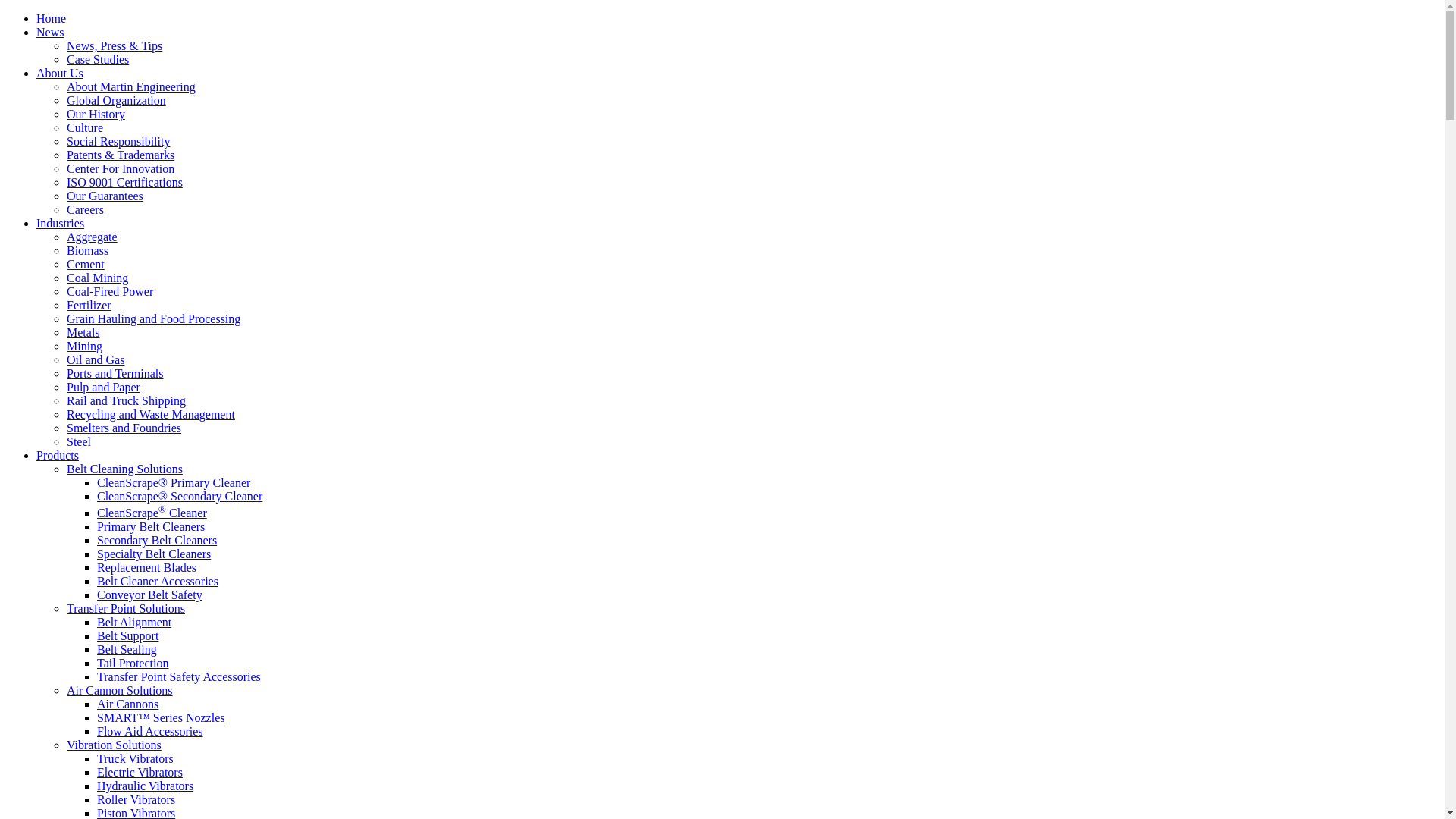  What do you see at coordinates (65, 45) in the screenshot?
I see `'News, Press & Tips'` at bounding box center [65, 45].